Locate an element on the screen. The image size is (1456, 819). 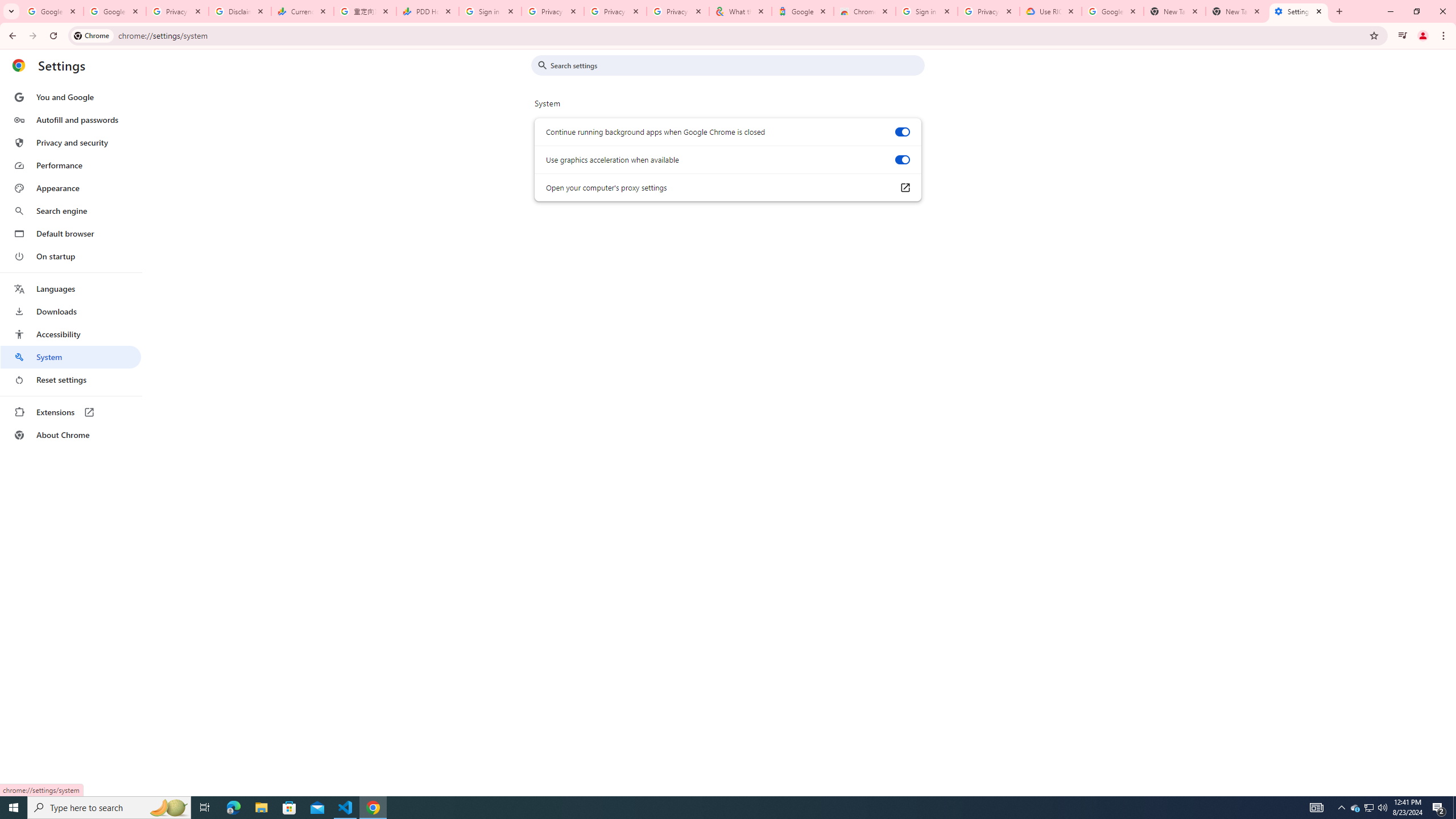
'Chrome Web Store - Color themes by Chrome' is located at coordinates (864, 11).